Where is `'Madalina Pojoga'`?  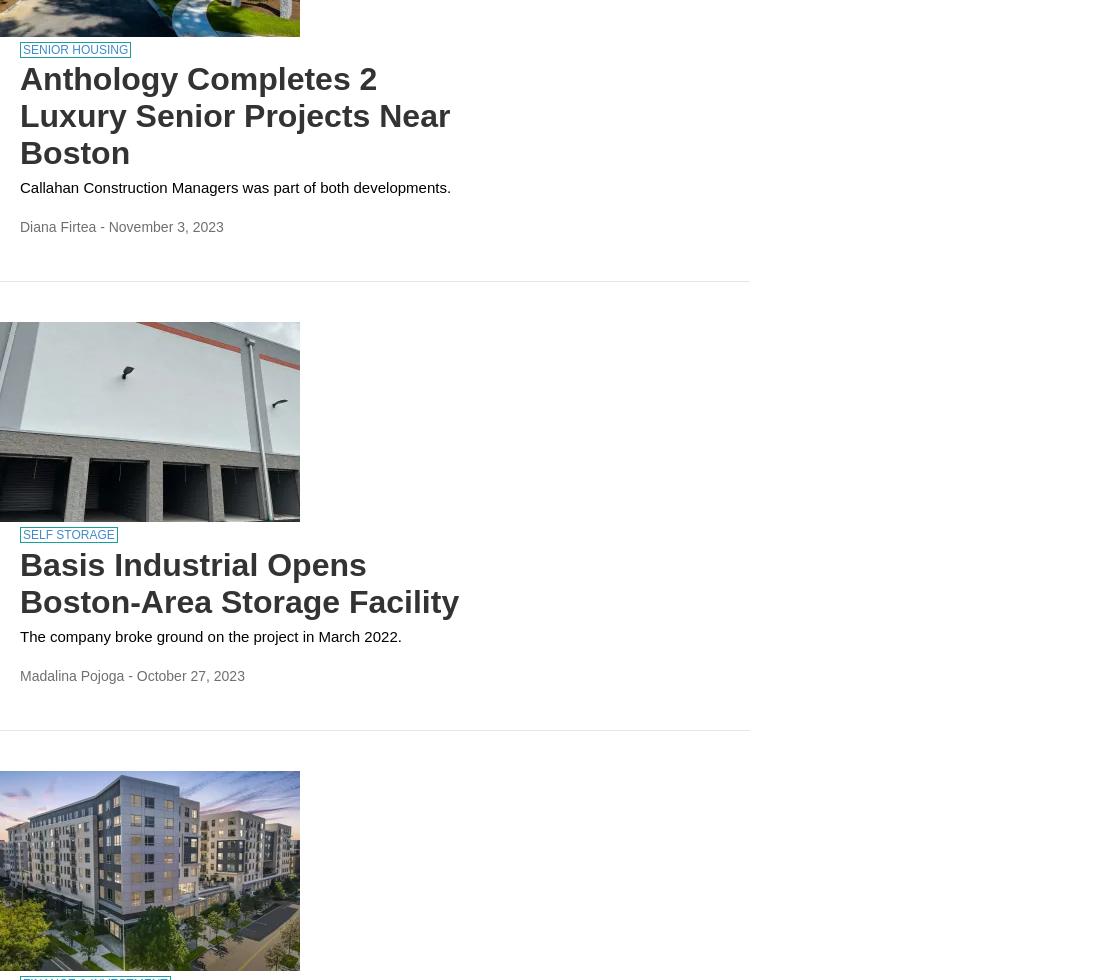 'Madalina Pojoga' is located at coordinates (19, 676).